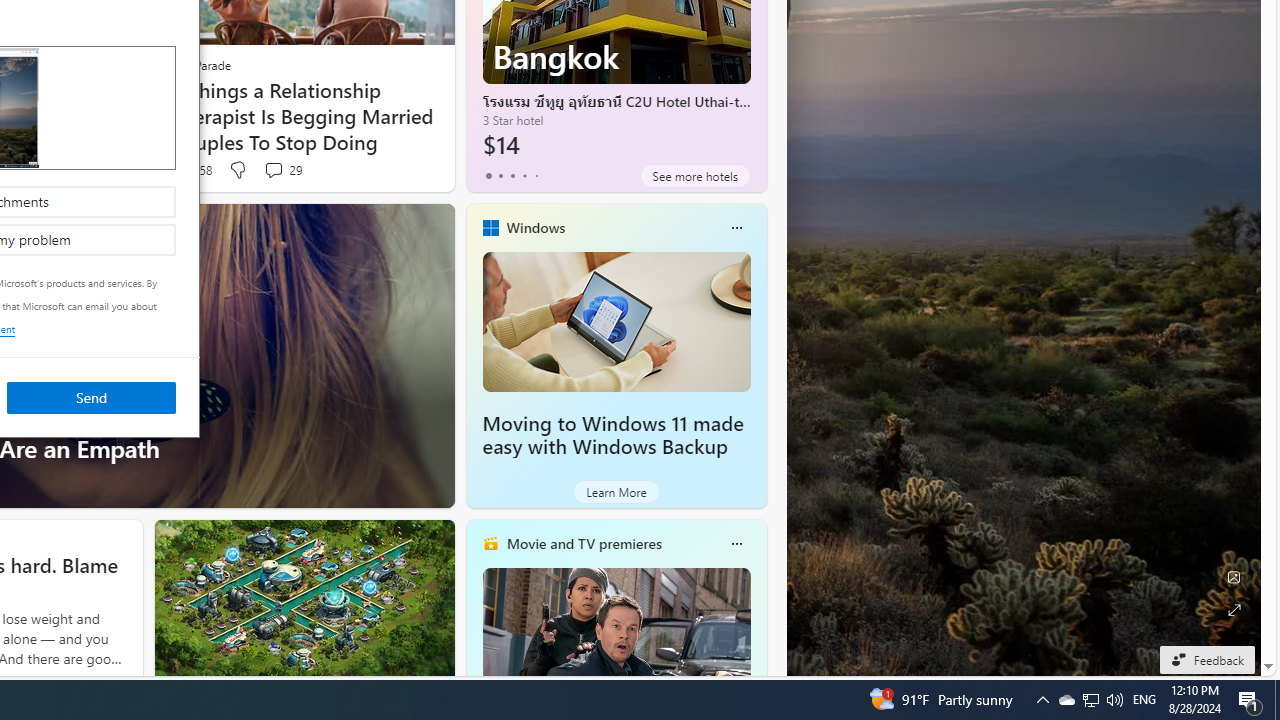  What do you see at coordinates (735, 543) in the screenshot?
I see `'Class: icon-img'` at bounding box center [735, 543].